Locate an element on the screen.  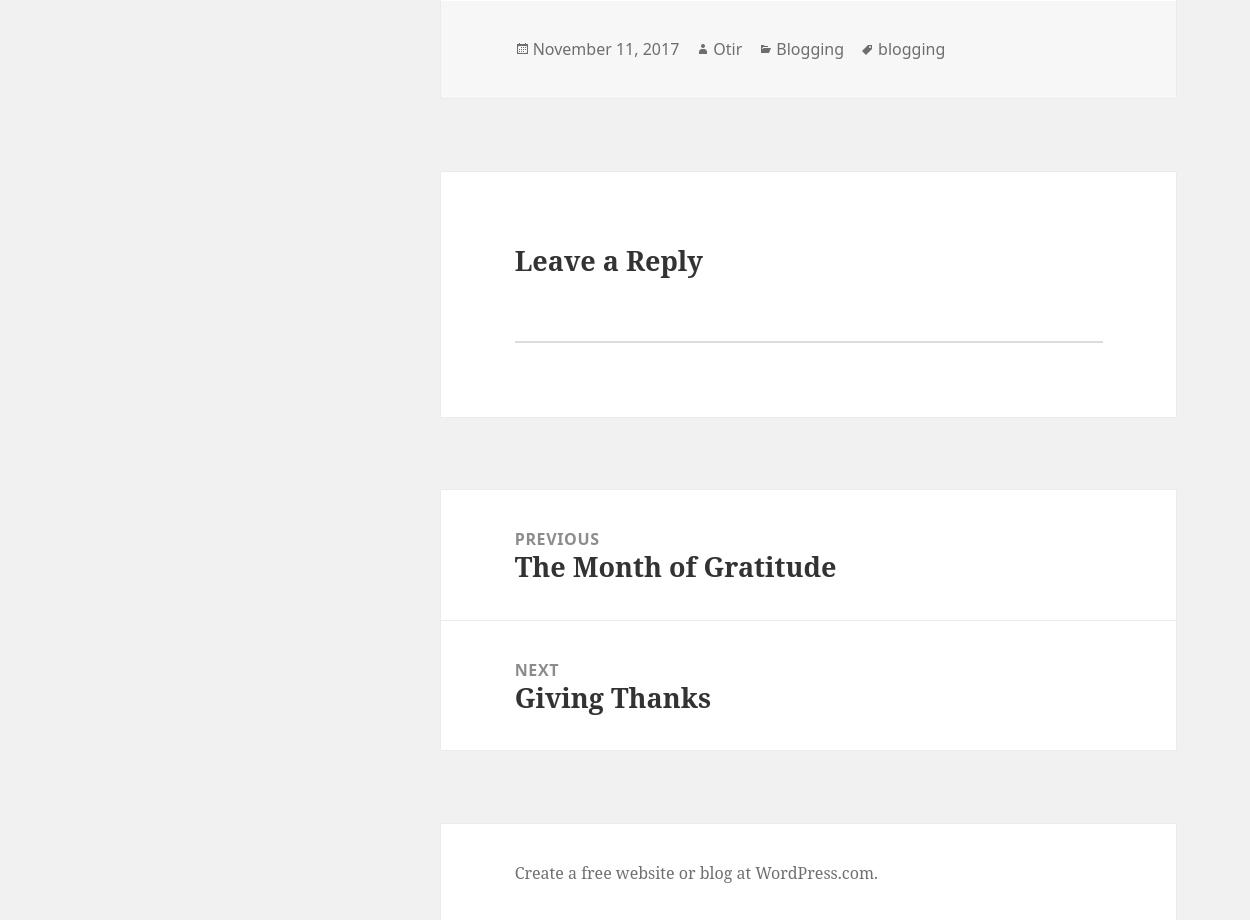
'November 11, 2017' is located at coordinates (532, 49).